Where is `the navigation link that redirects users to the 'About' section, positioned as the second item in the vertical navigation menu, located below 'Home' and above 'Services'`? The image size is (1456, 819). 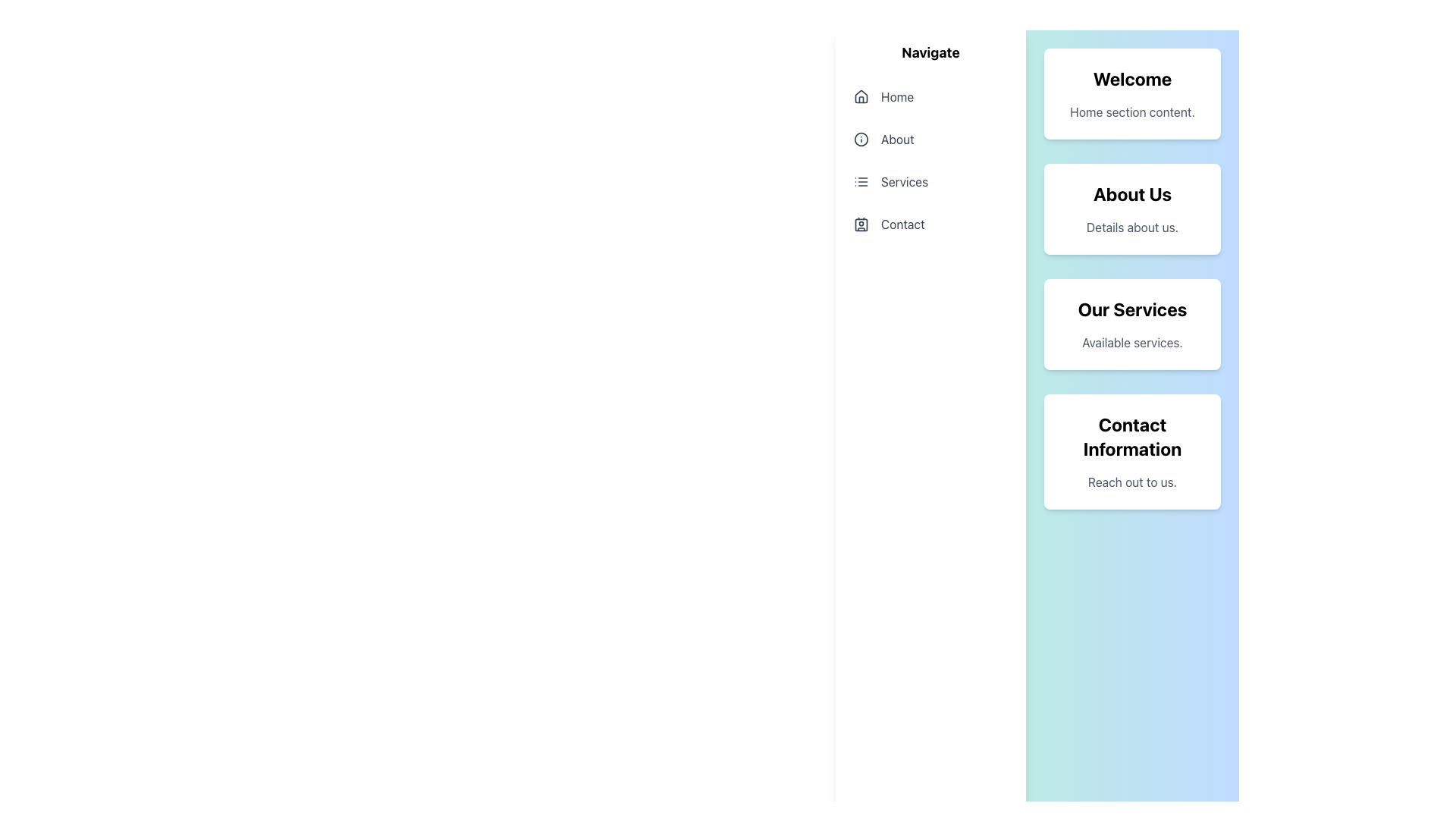
the navigation link that redirects users to the 'About' section, positioned as the second item in the vertical navigation menu, located below 'Home' and above 'Services' is located at coordinates (930, 140).